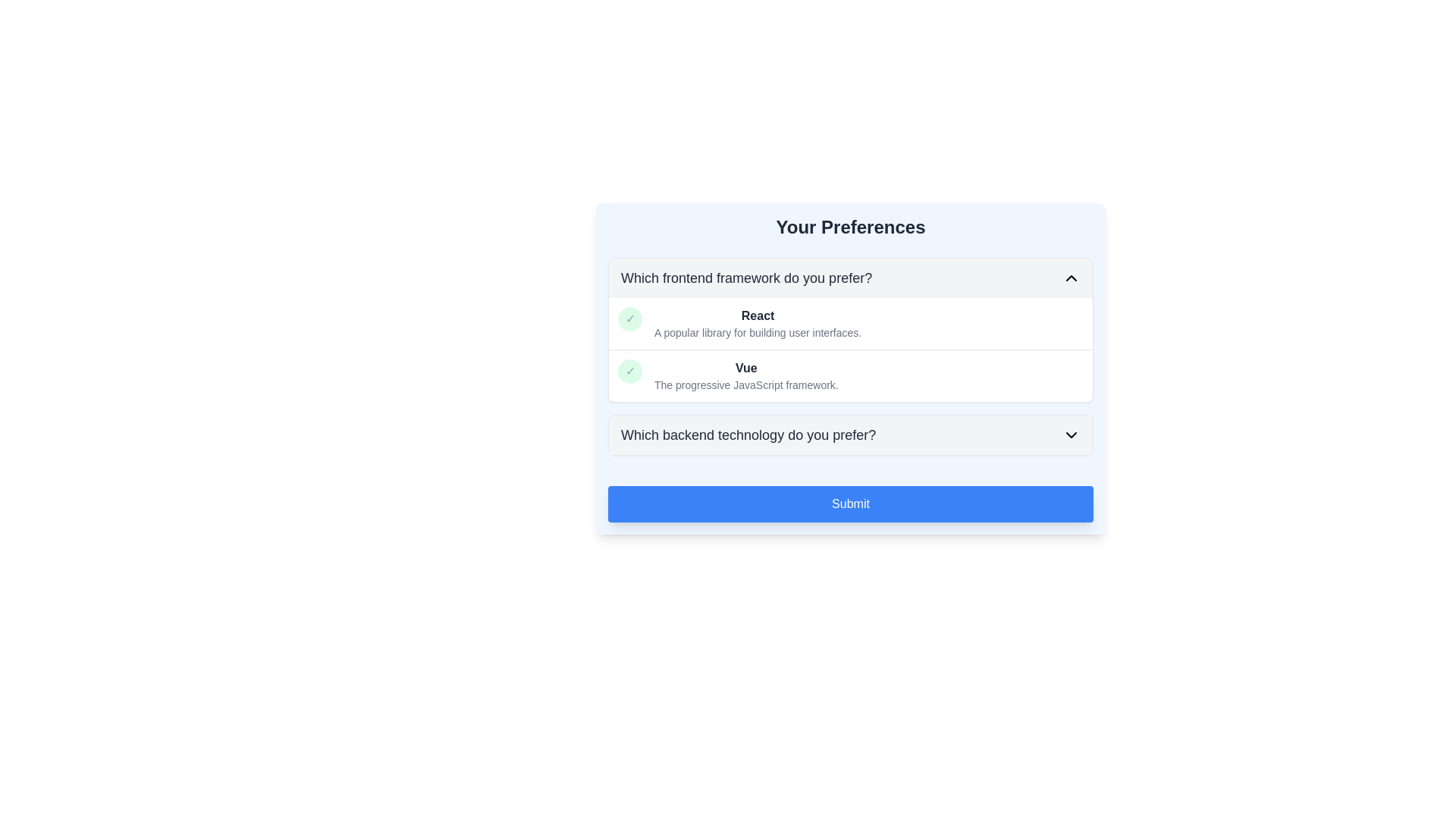 The width and height of the screenshot is (1456, 819). I want to click on the bold dark gray label displaying the text 'React', which is situated beneath the section titled 'Which frontend framework do you prefer?' and serves as the header for the first listed option, so click(758, 315).